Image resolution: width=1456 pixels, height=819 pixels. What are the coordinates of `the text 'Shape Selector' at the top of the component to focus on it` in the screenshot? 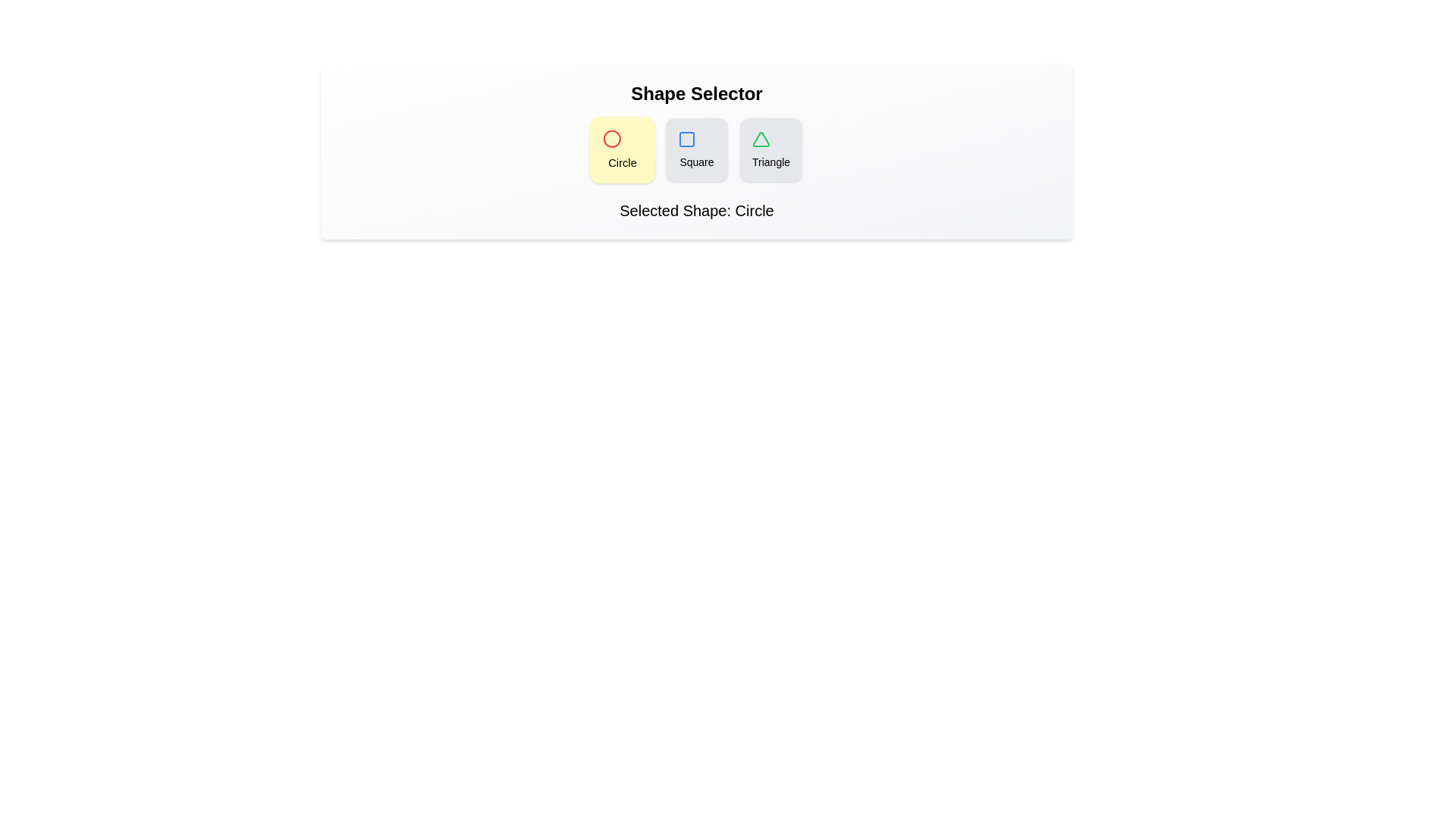 It's located at (695, 93).